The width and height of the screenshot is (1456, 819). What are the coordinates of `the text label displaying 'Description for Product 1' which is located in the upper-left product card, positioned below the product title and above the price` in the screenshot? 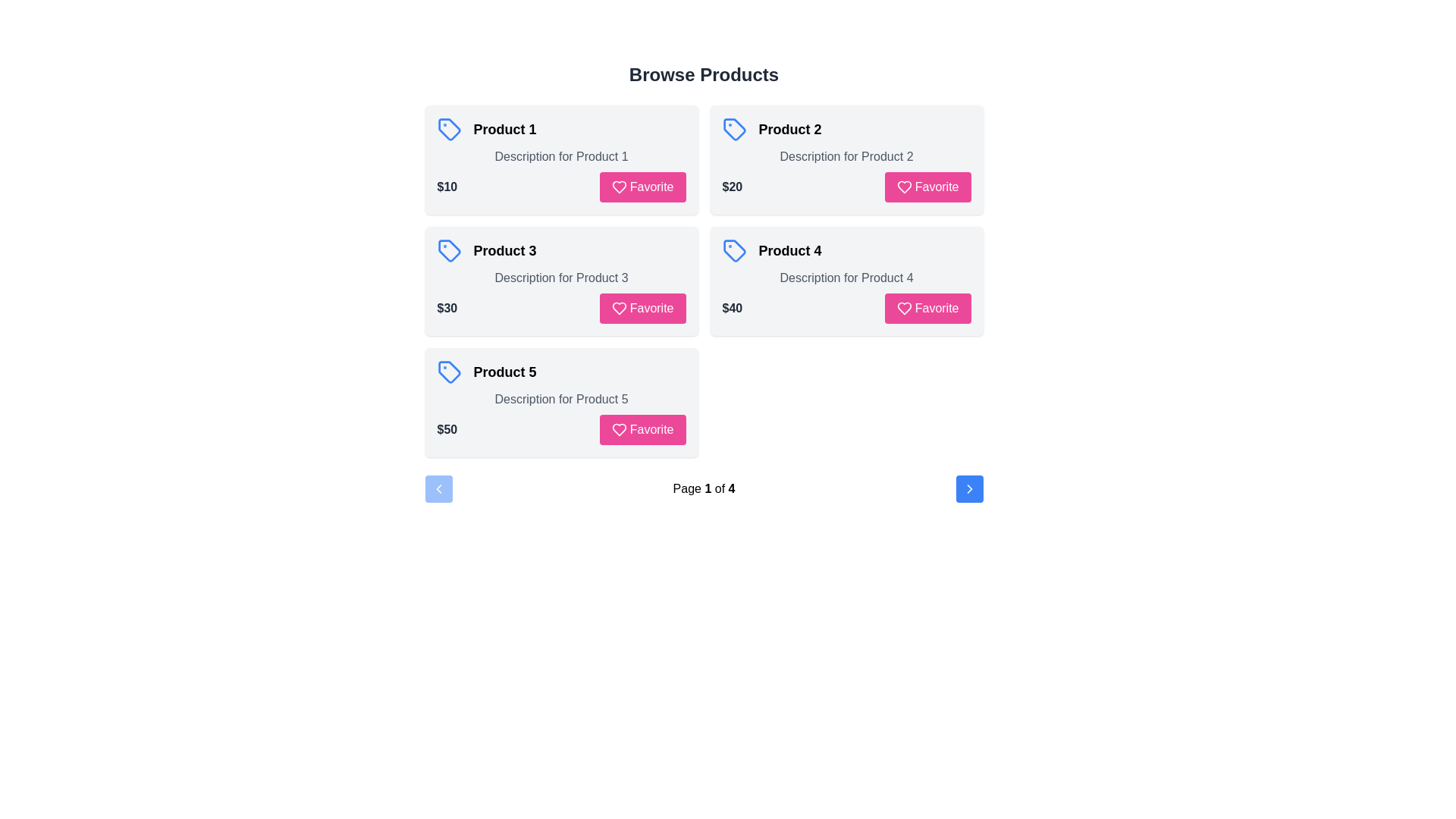 It's located at (560, 157).